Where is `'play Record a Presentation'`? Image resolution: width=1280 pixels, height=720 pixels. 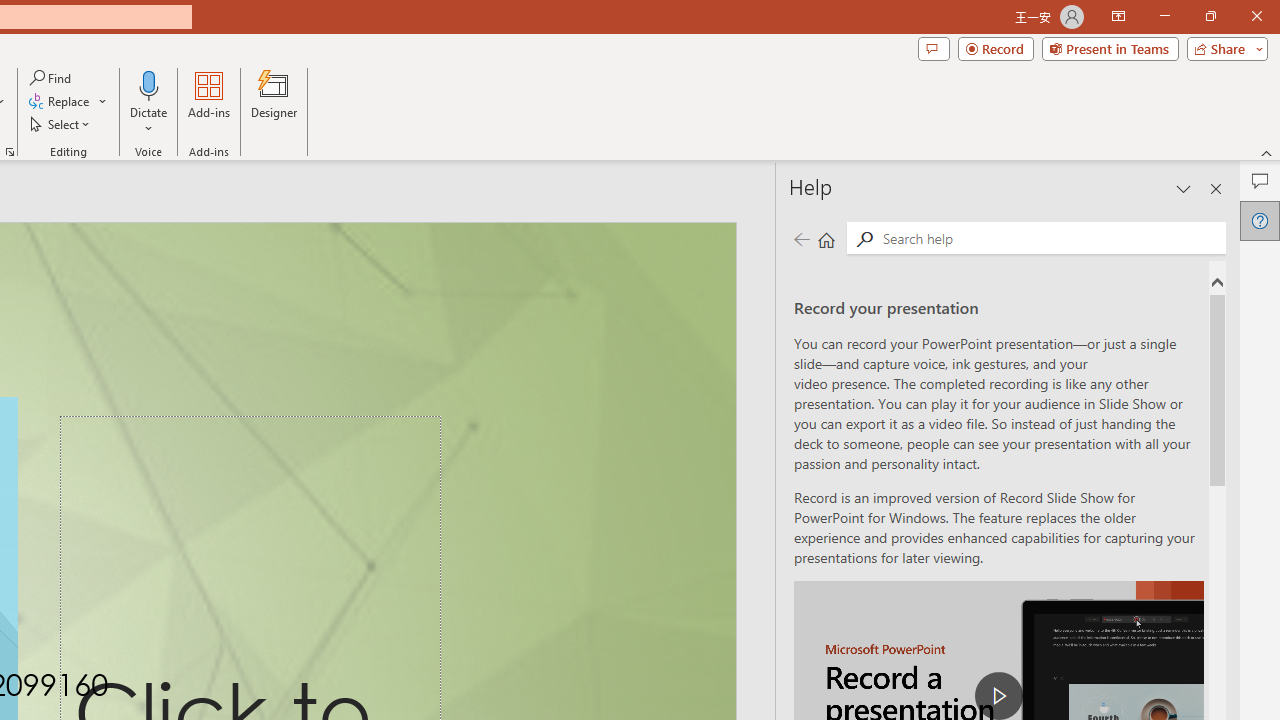 'play Record a Presentation' is located at coordinates (999, 694).